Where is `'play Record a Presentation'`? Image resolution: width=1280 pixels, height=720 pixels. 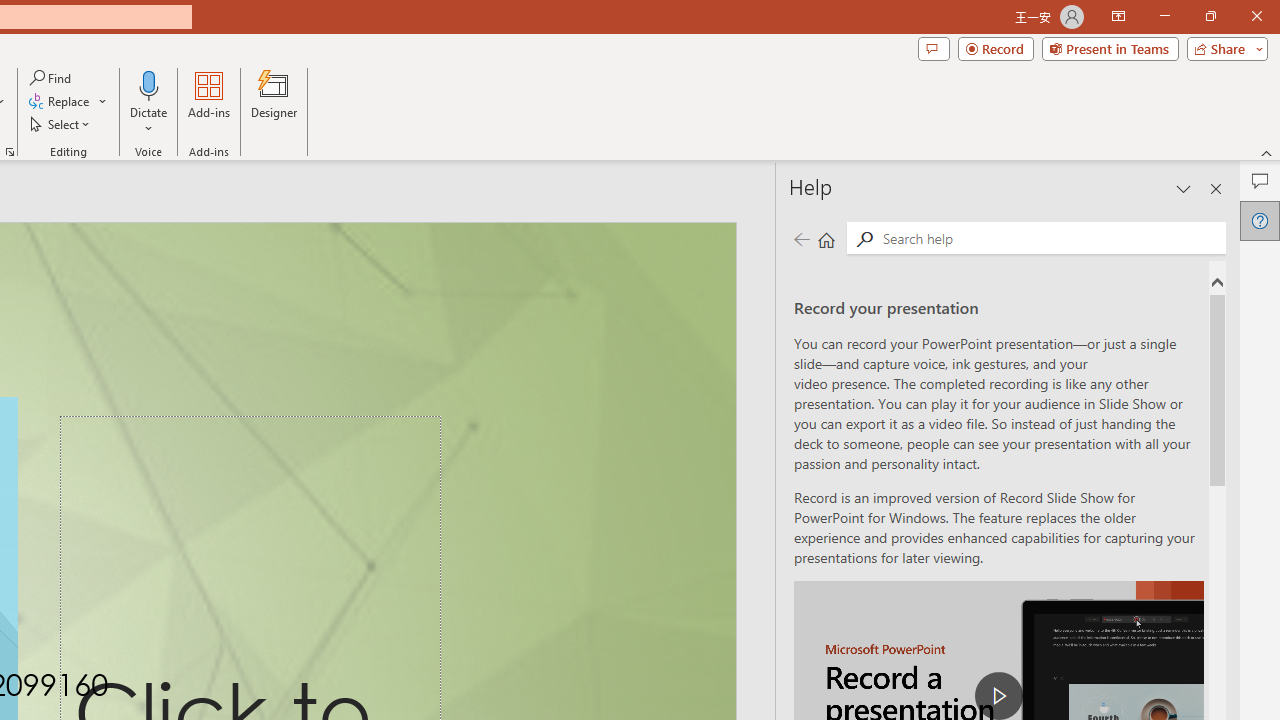 'play Record a Presentation' is located at coordinates (999, 694).